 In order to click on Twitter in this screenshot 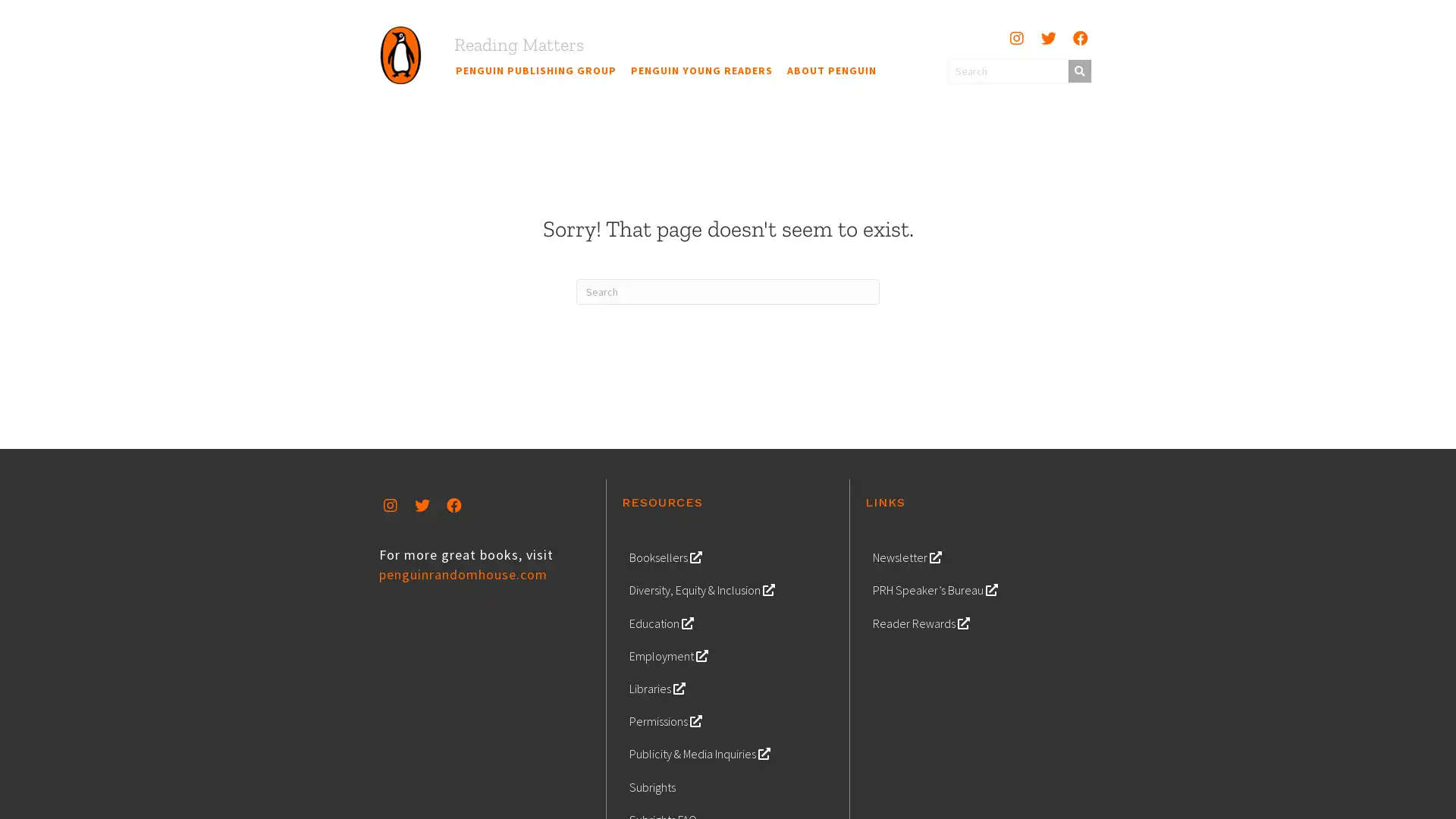, I will do `click(1047, 37)`.